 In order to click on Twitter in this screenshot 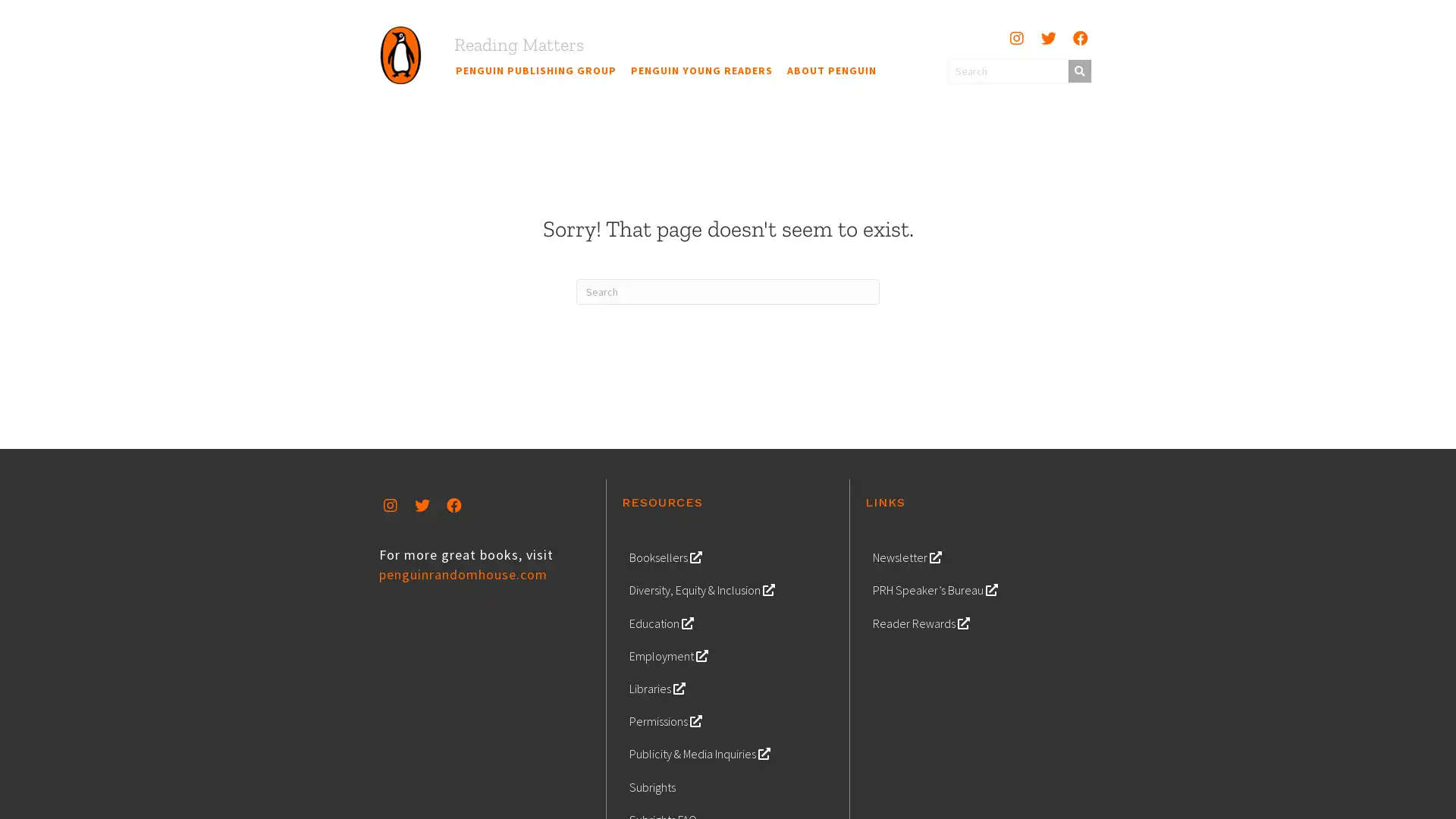, I will do `click(1047, 37)`.